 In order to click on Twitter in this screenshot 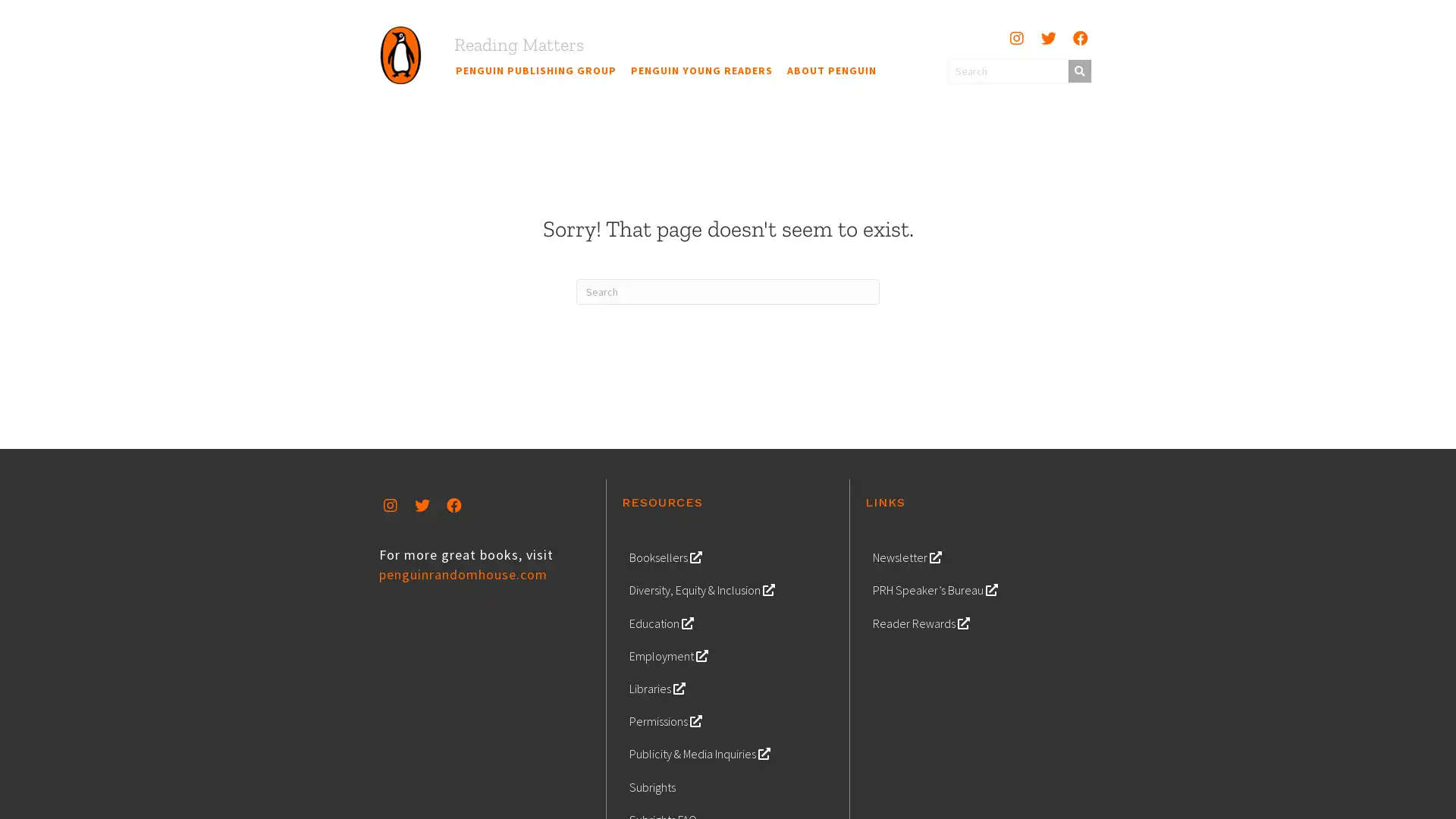, I will do `click(1047, 37)`.